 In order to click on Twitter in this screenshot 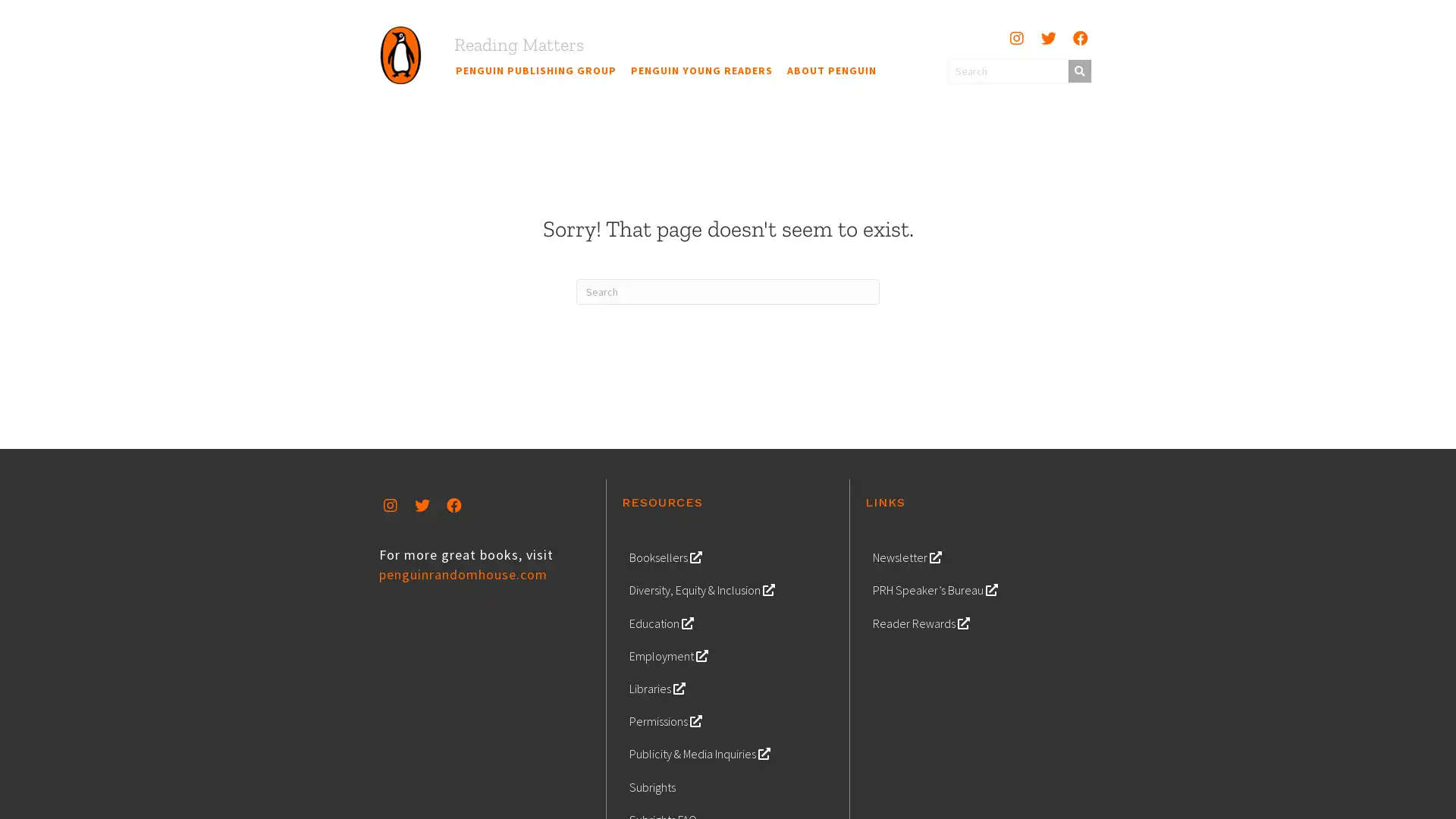, I will do `click(1047, 37)`.